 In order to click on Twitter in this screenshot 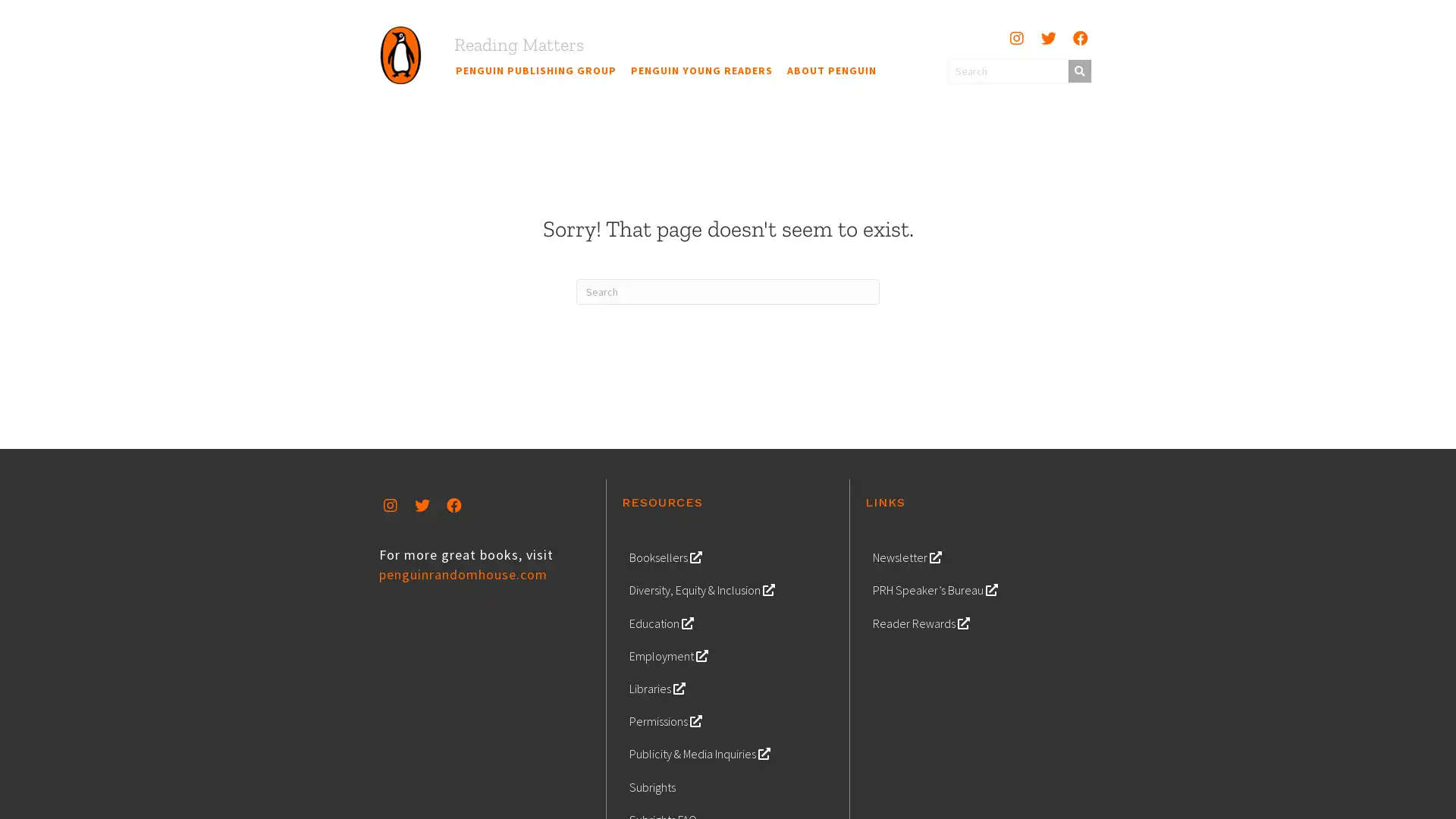, I will do `click(1047, 37)`.